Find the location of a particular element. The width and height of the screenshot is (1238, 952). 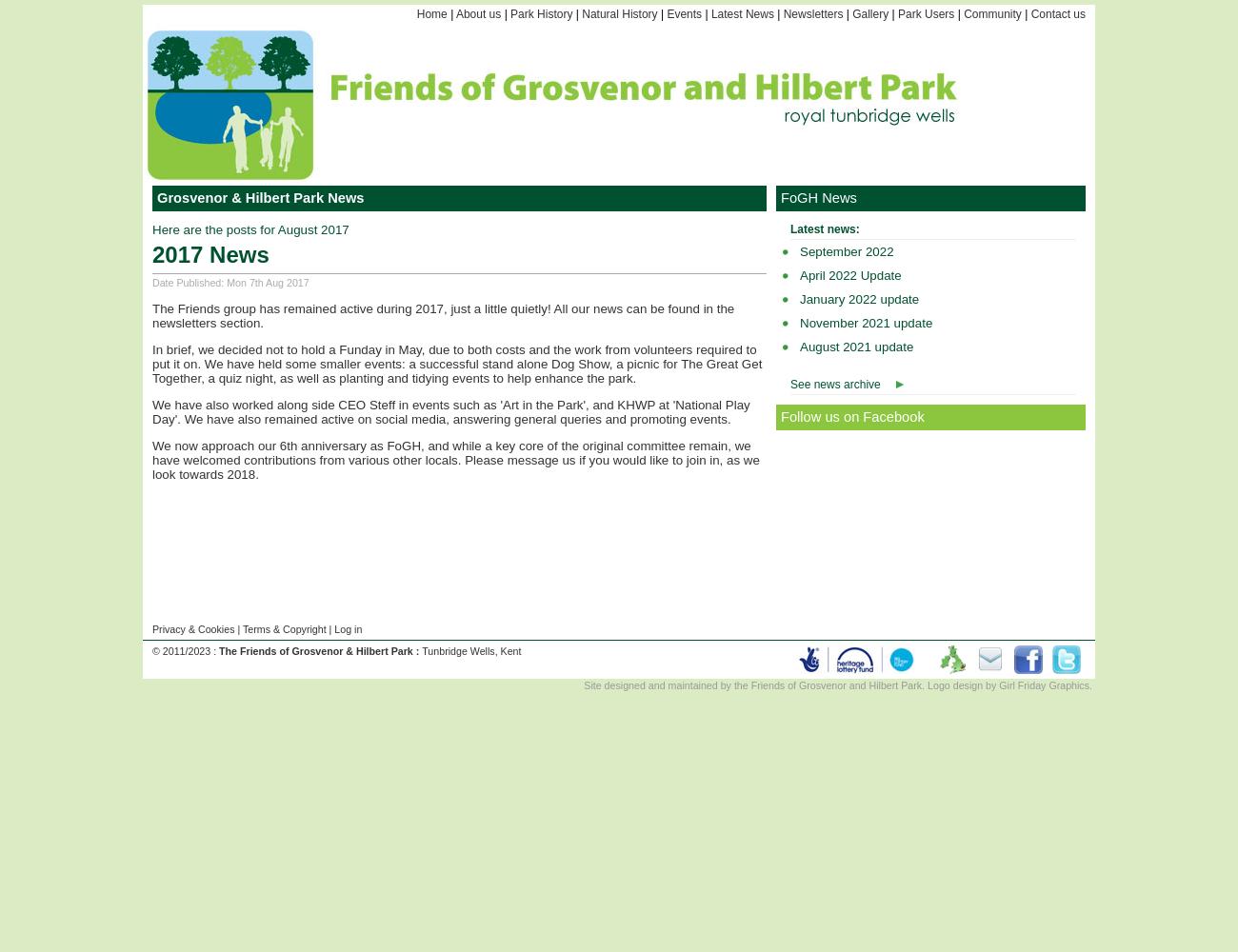

'Gallery' is located at coordinates (851, 14).